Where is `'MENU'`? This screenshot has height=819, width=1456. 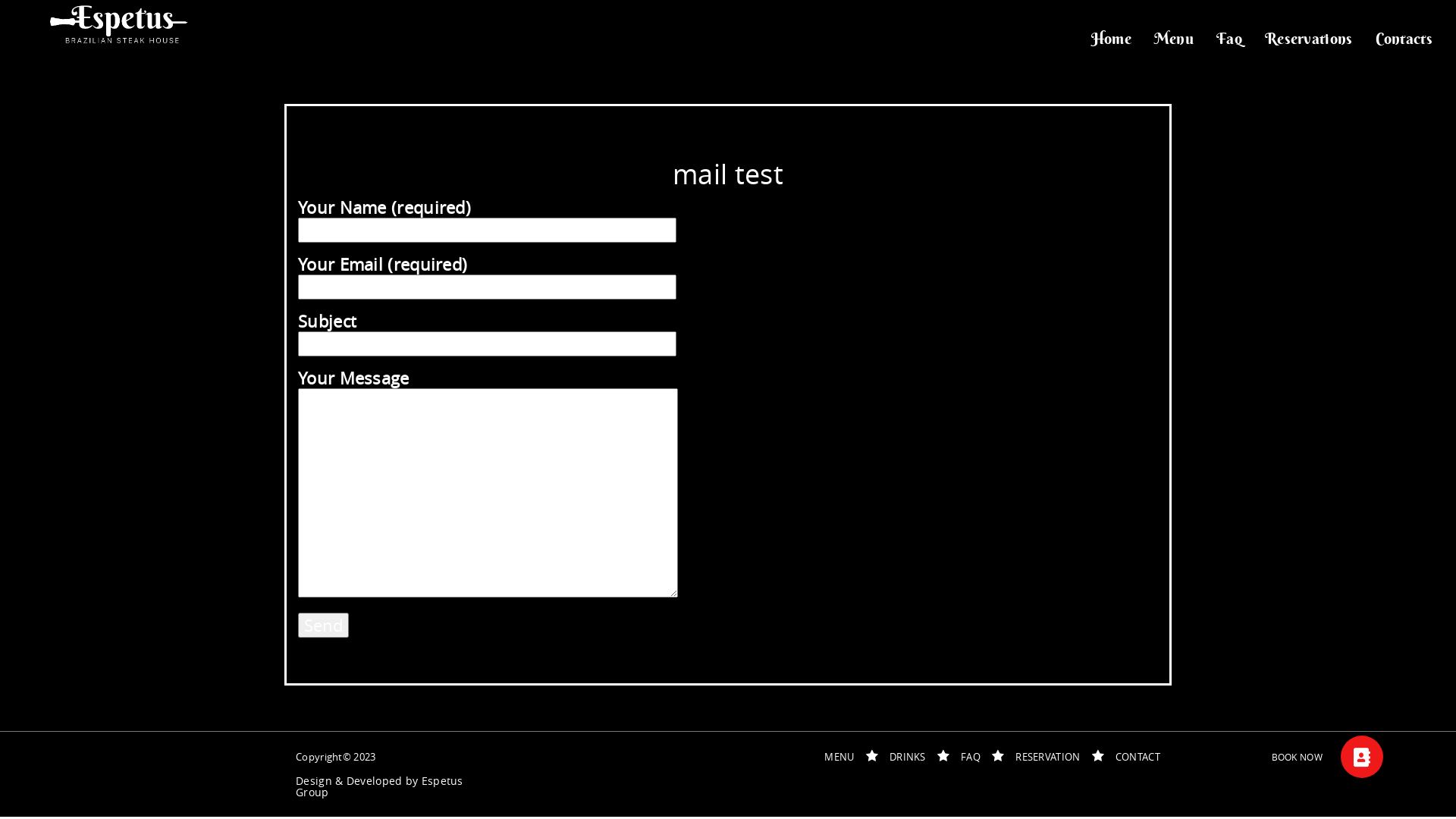 'MENU' is located at coordinates (838, 757).